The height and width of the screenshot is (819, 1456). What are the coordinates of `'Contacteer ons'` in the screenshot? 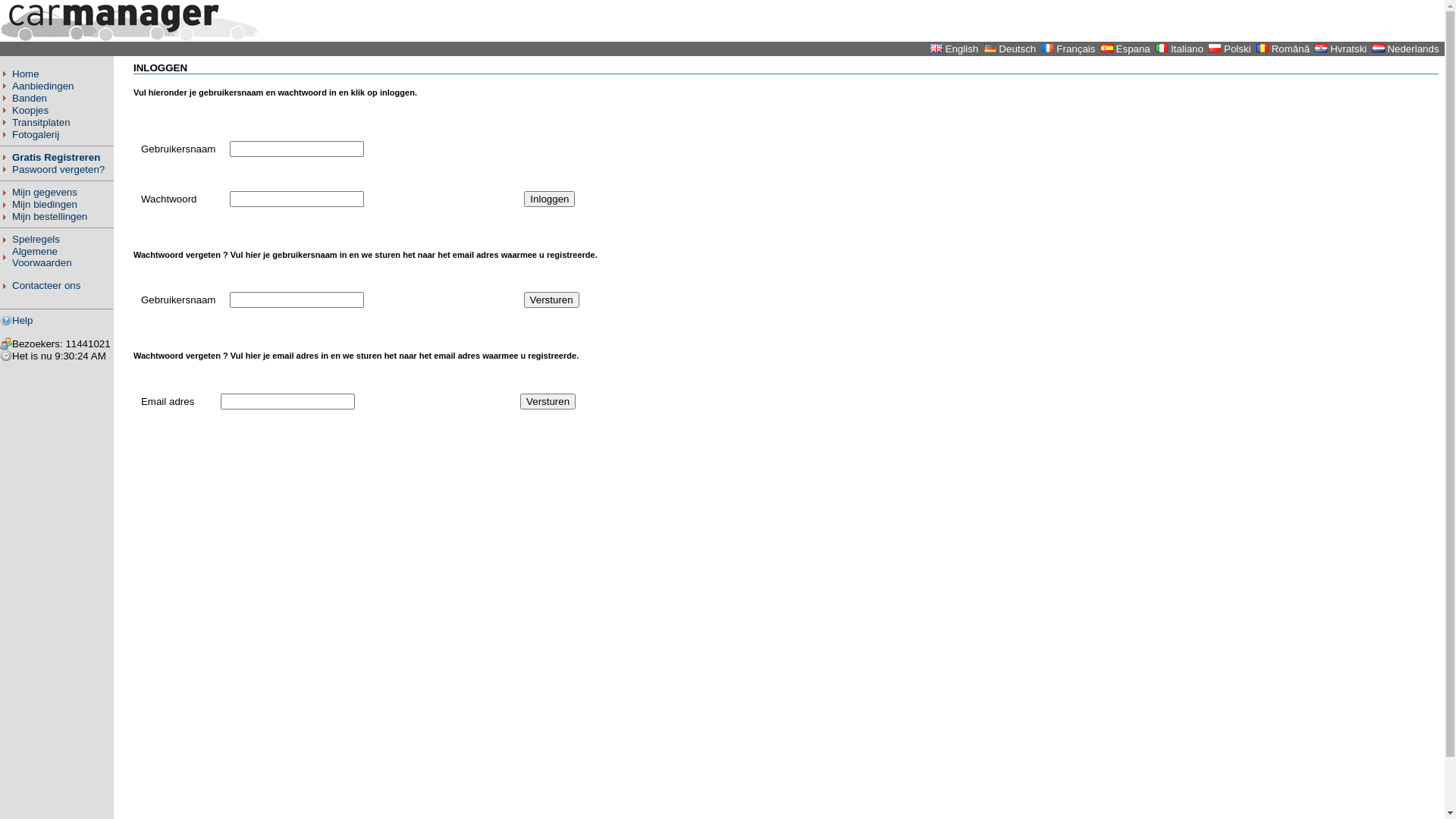 It's located at (46, 285).